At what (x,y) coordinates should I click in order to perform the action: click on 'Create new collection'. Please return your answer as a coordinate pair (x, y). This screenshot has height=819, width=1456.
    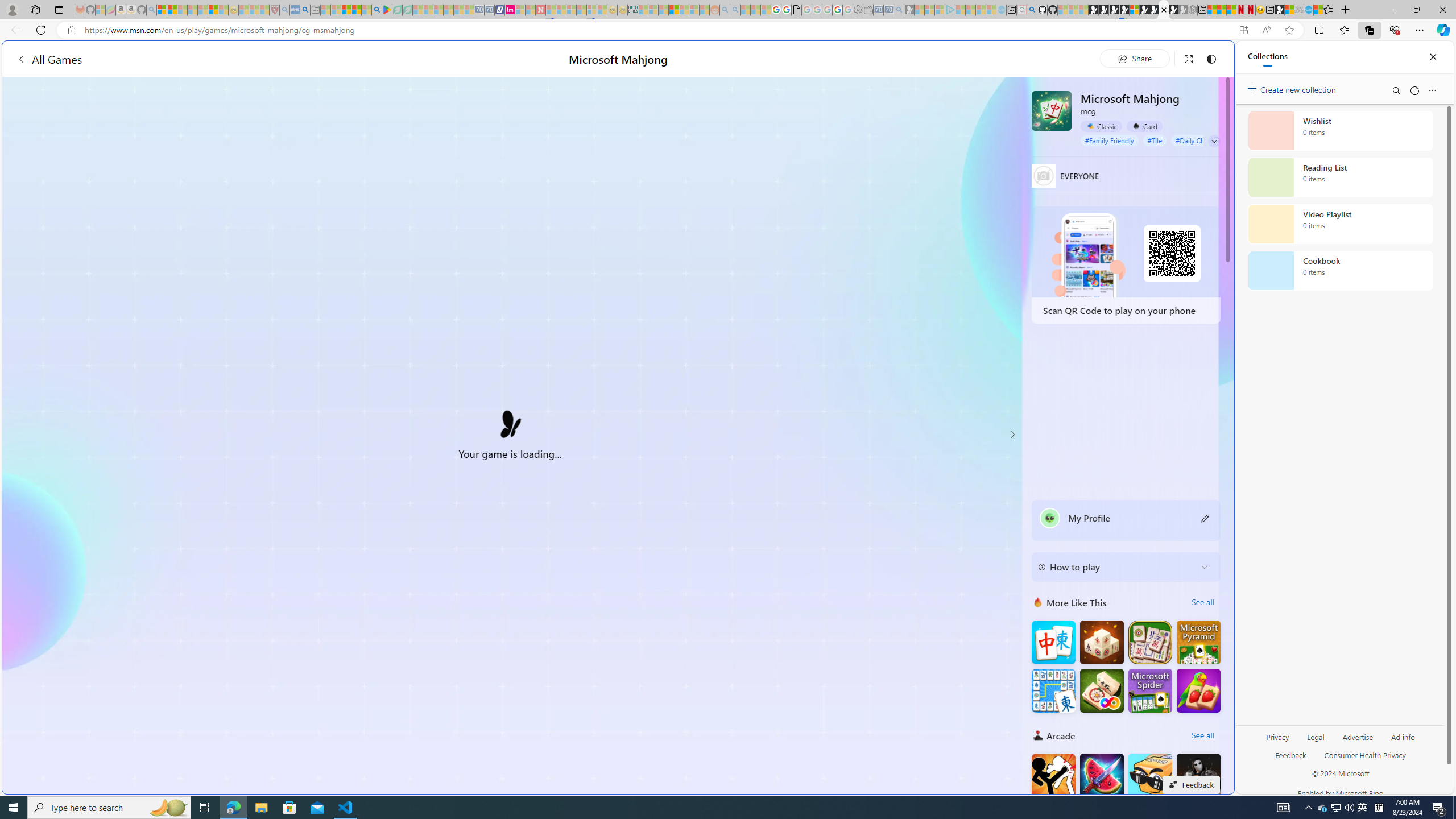
    Looking at the image, I should click on (1293, 87).